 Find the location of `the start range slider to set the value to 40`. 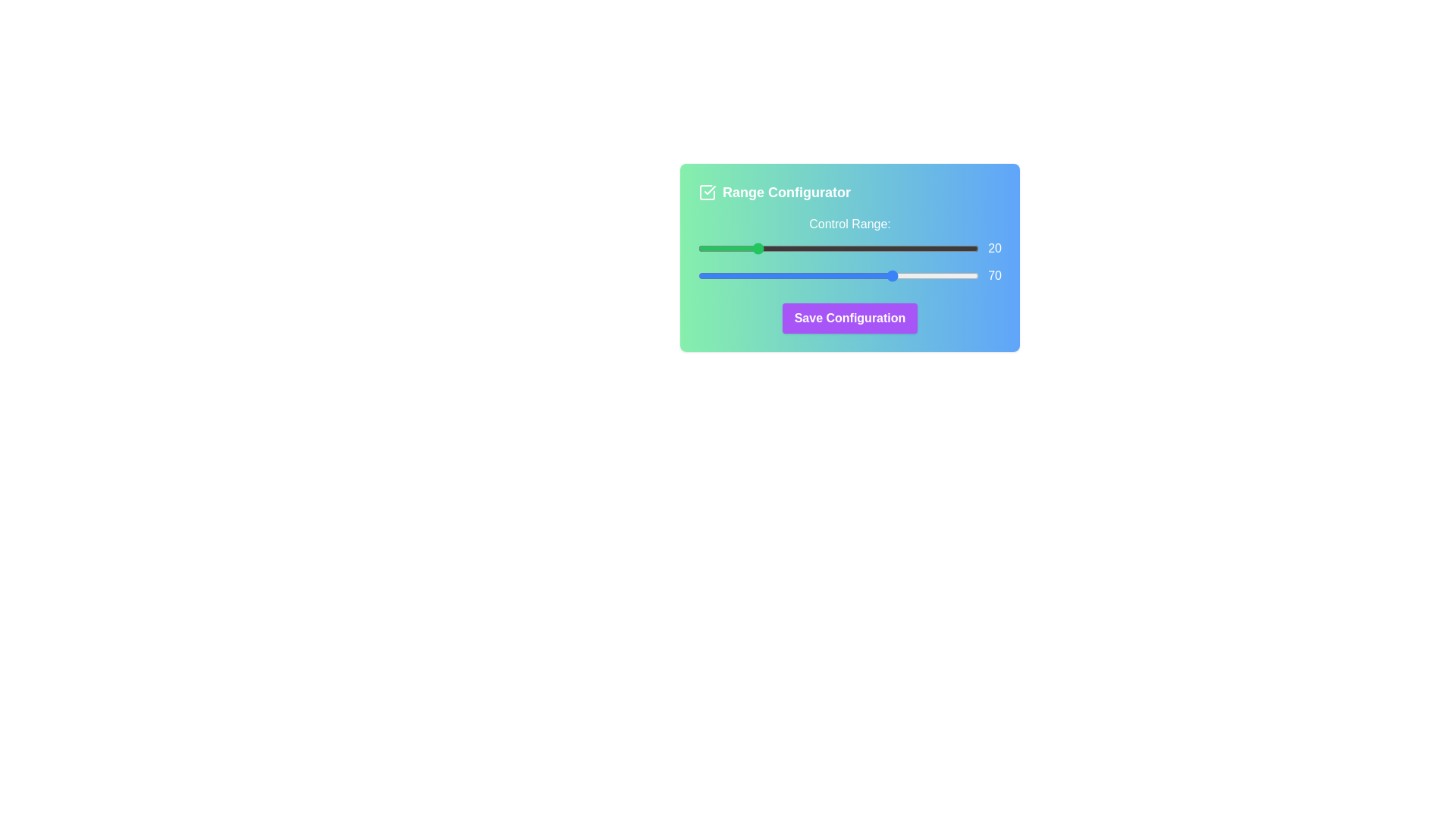

the start range slider to set the value to 40 is located at coordinates (810, 247).